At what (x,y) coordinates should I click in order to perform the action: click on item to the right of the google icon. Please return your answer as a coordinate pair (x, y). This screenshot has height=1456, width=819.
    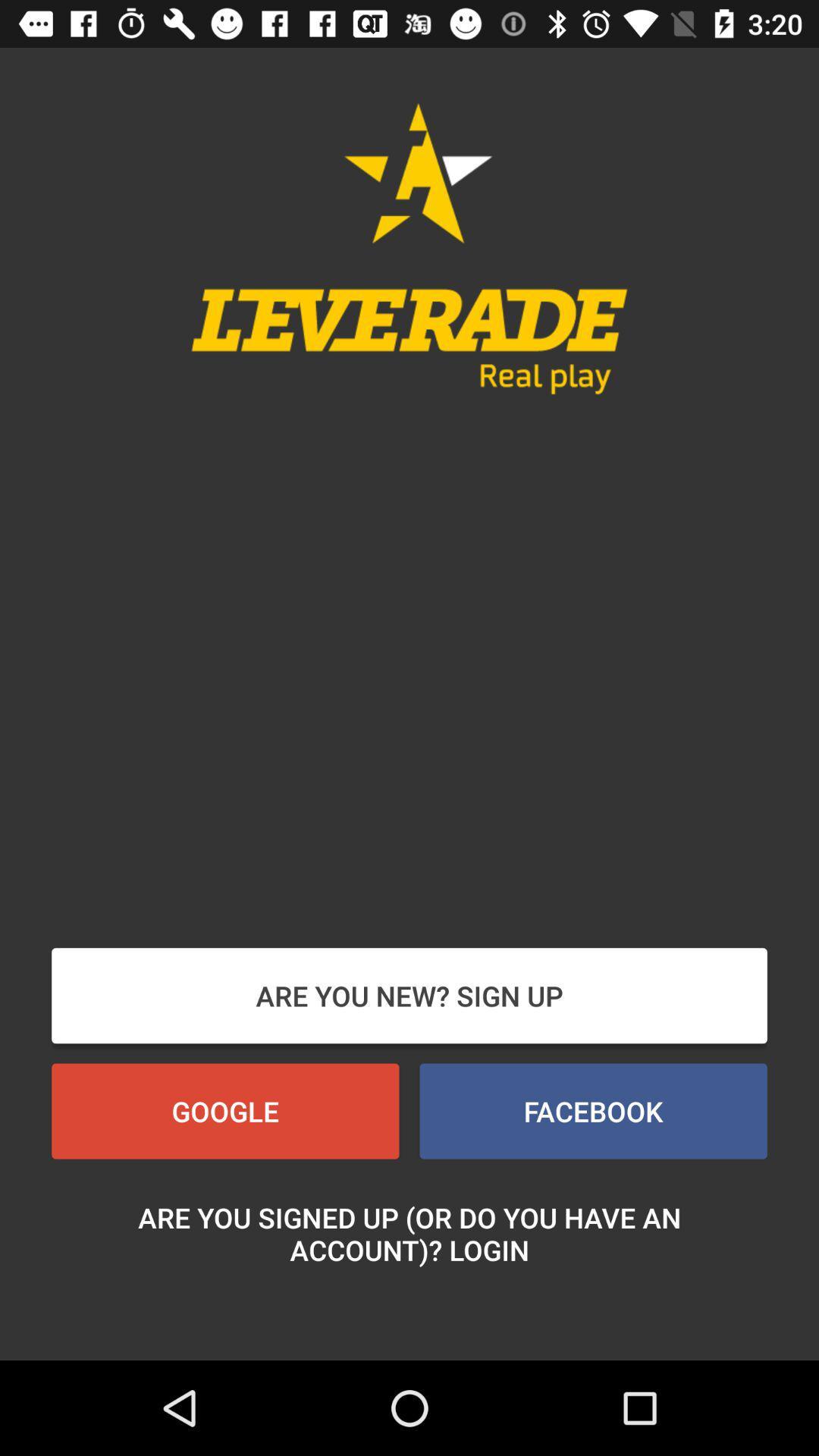
    Looking at the image, I should click on (592, 1111).